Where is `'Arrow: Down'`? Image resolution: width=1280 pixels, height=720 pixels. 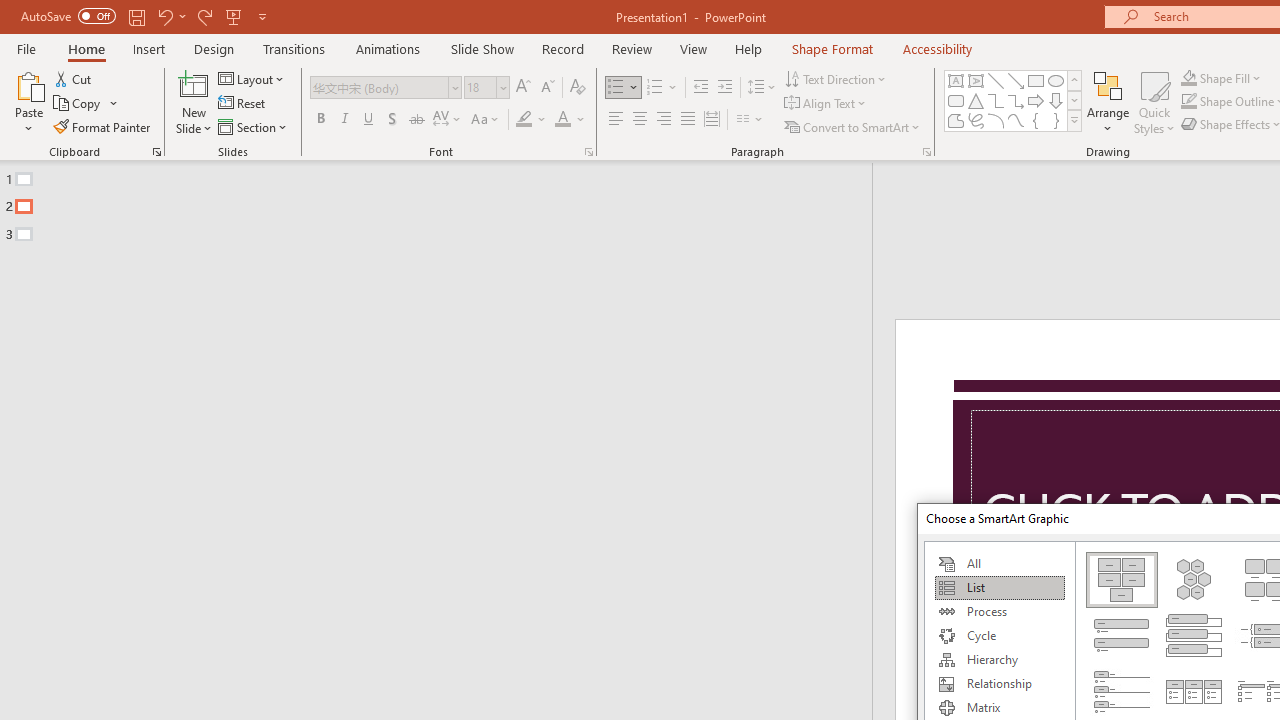
'Arrow: Down' is located at coordinates (1055, 100).